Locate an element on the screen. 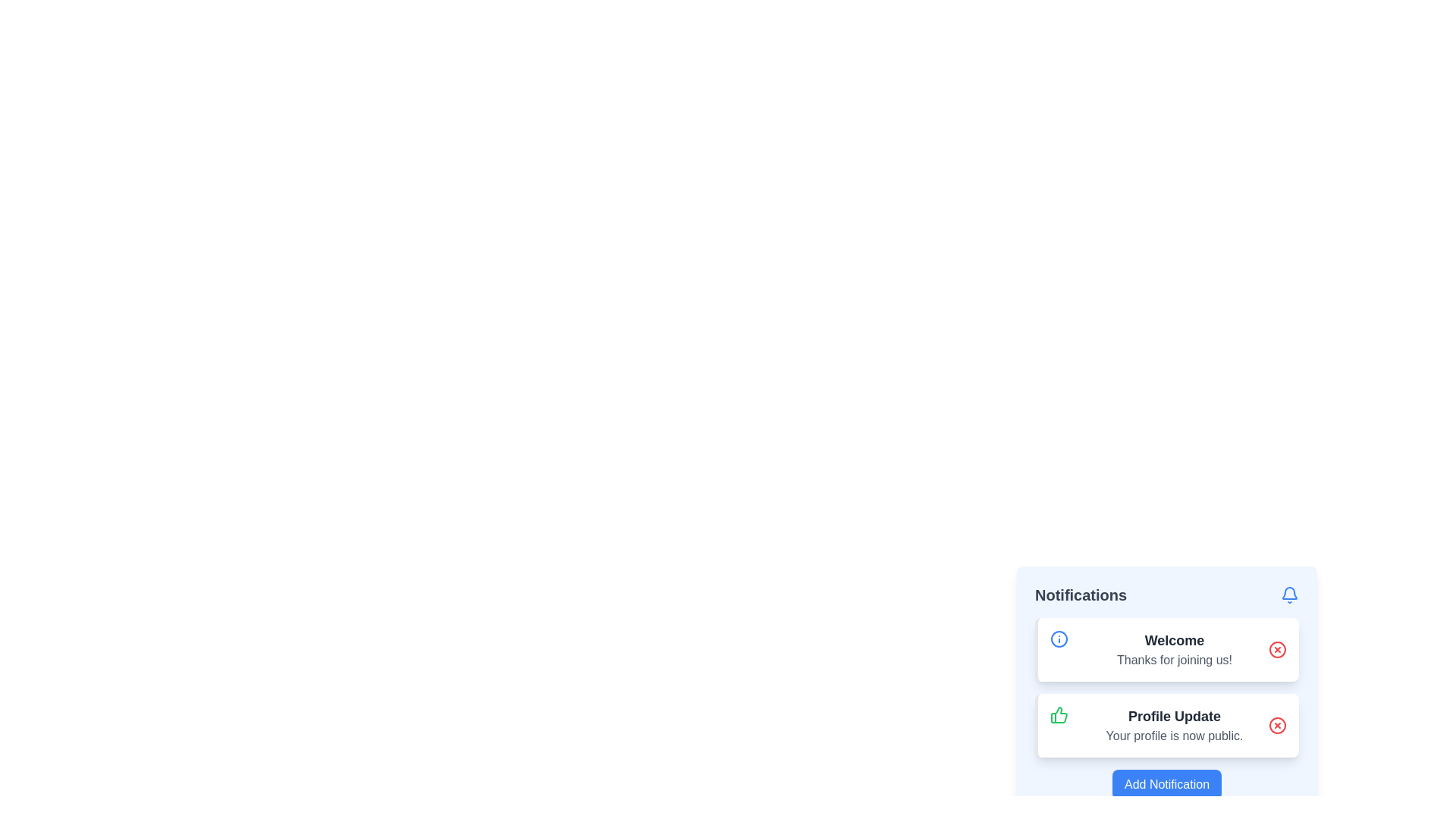 Image resolution: width=1456 pixels, height=819 pixels. the Text Label that serves as a heading for the notifications section, positioned to the far left of its siblings and adjacent to a bell icon is located at coordinates (1080, 595).